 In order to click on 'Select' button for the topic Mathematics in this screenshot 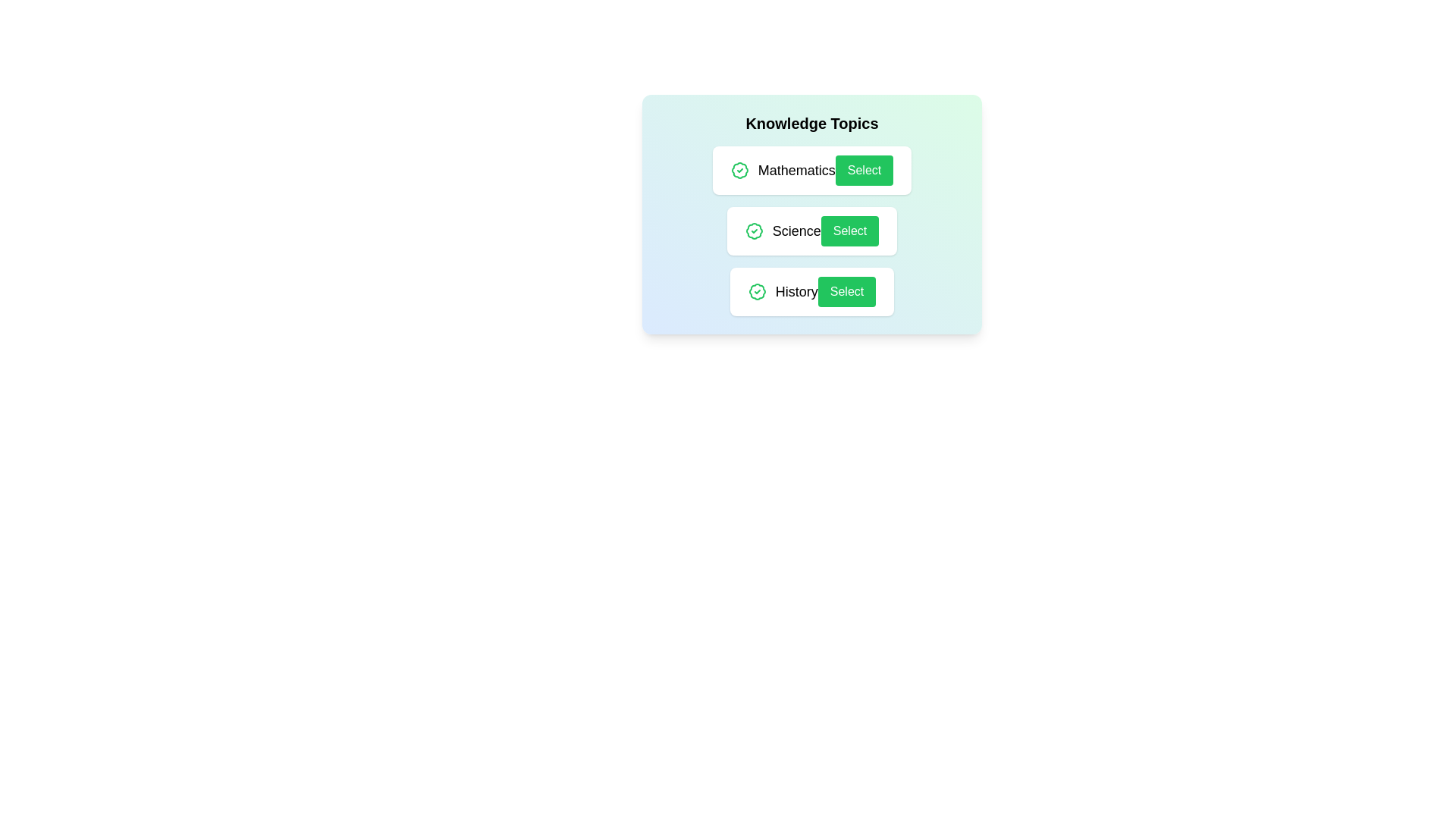, I will do `click(864, 170)`.